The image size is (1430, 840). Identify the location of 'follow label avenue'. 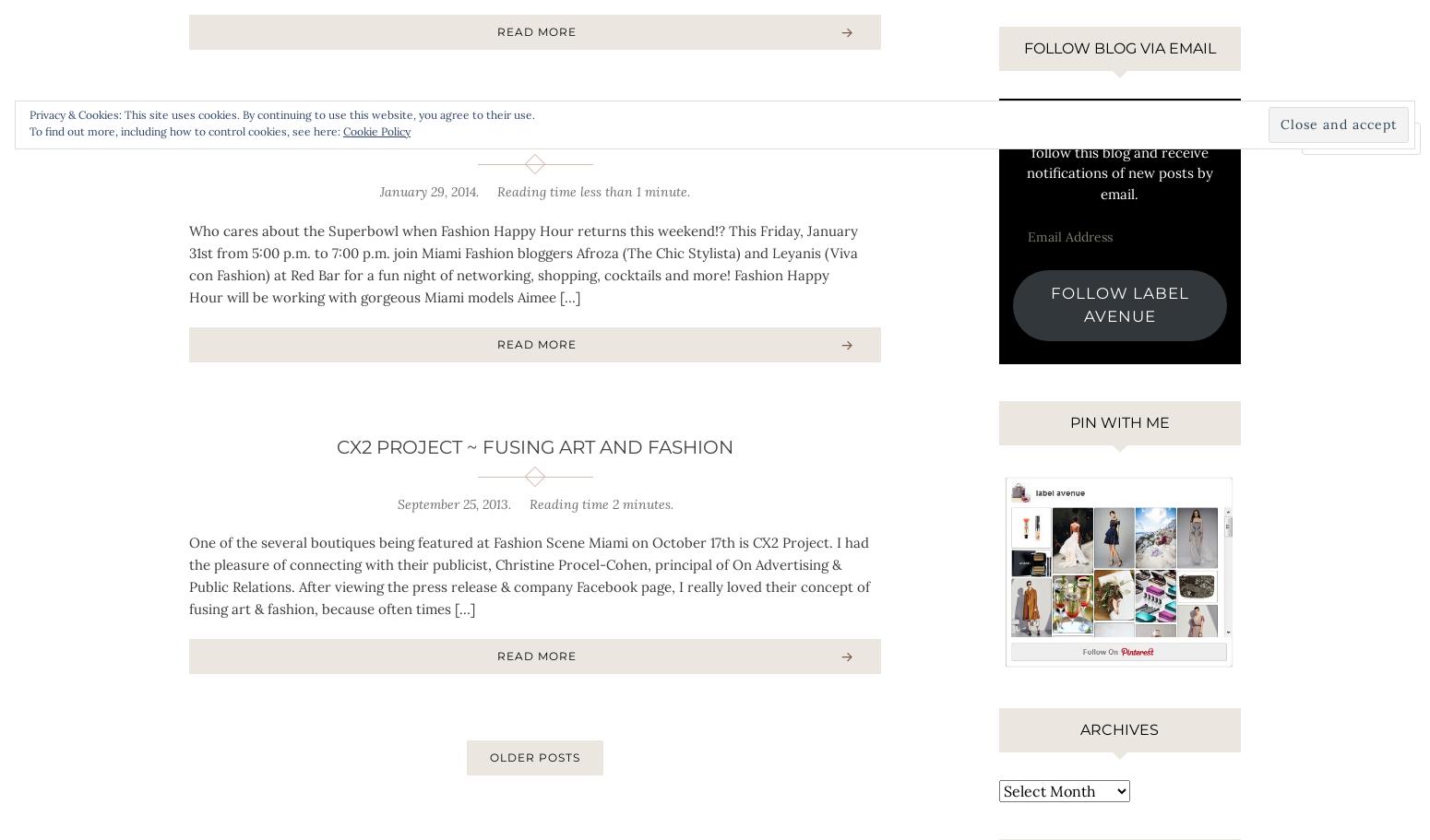
(1119, 302).